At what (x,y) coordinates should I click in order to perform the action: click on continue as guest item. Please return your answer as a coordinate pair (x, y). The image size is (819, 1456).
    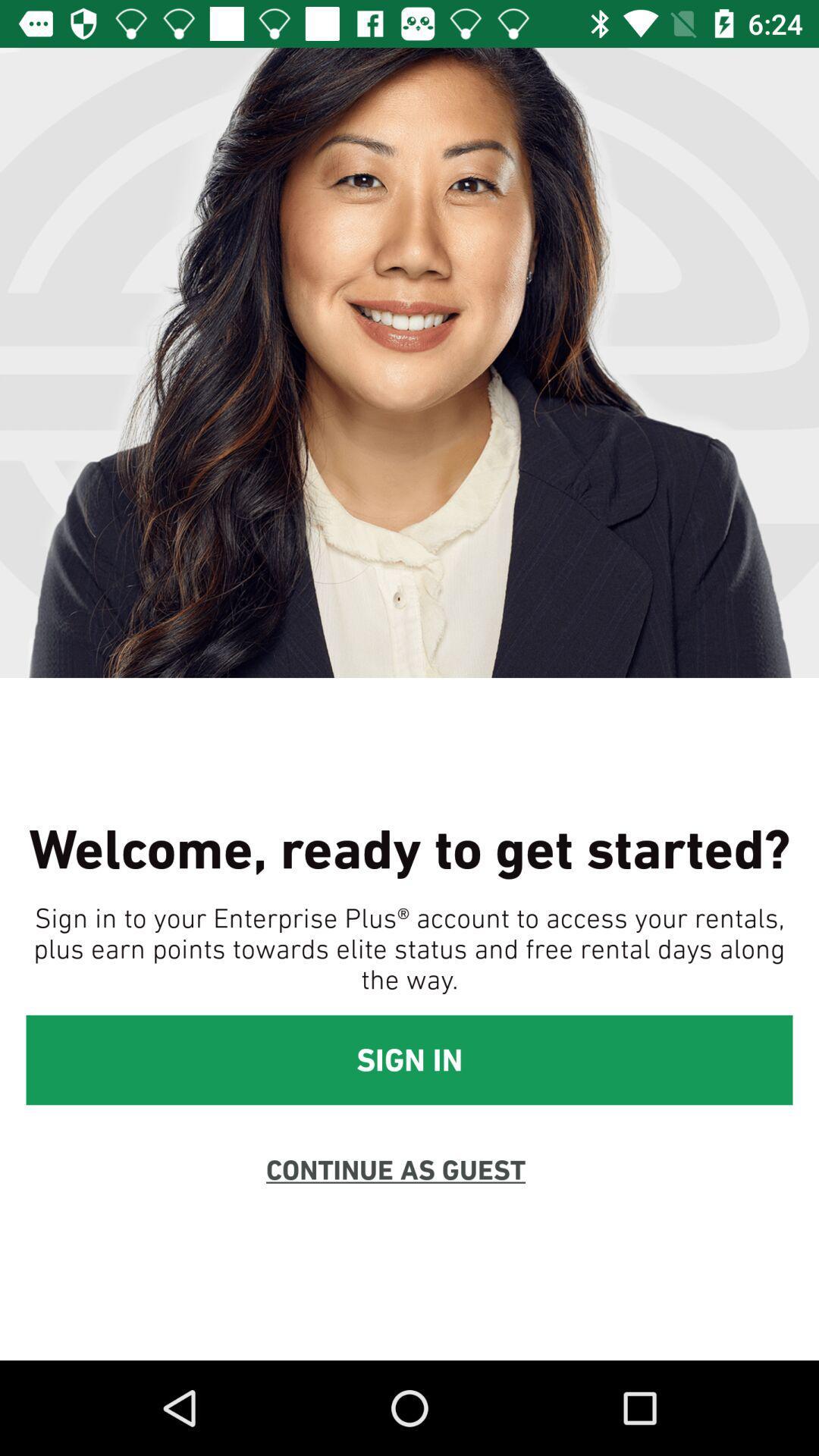
    Looking at the image, I should click on (394, 1169).